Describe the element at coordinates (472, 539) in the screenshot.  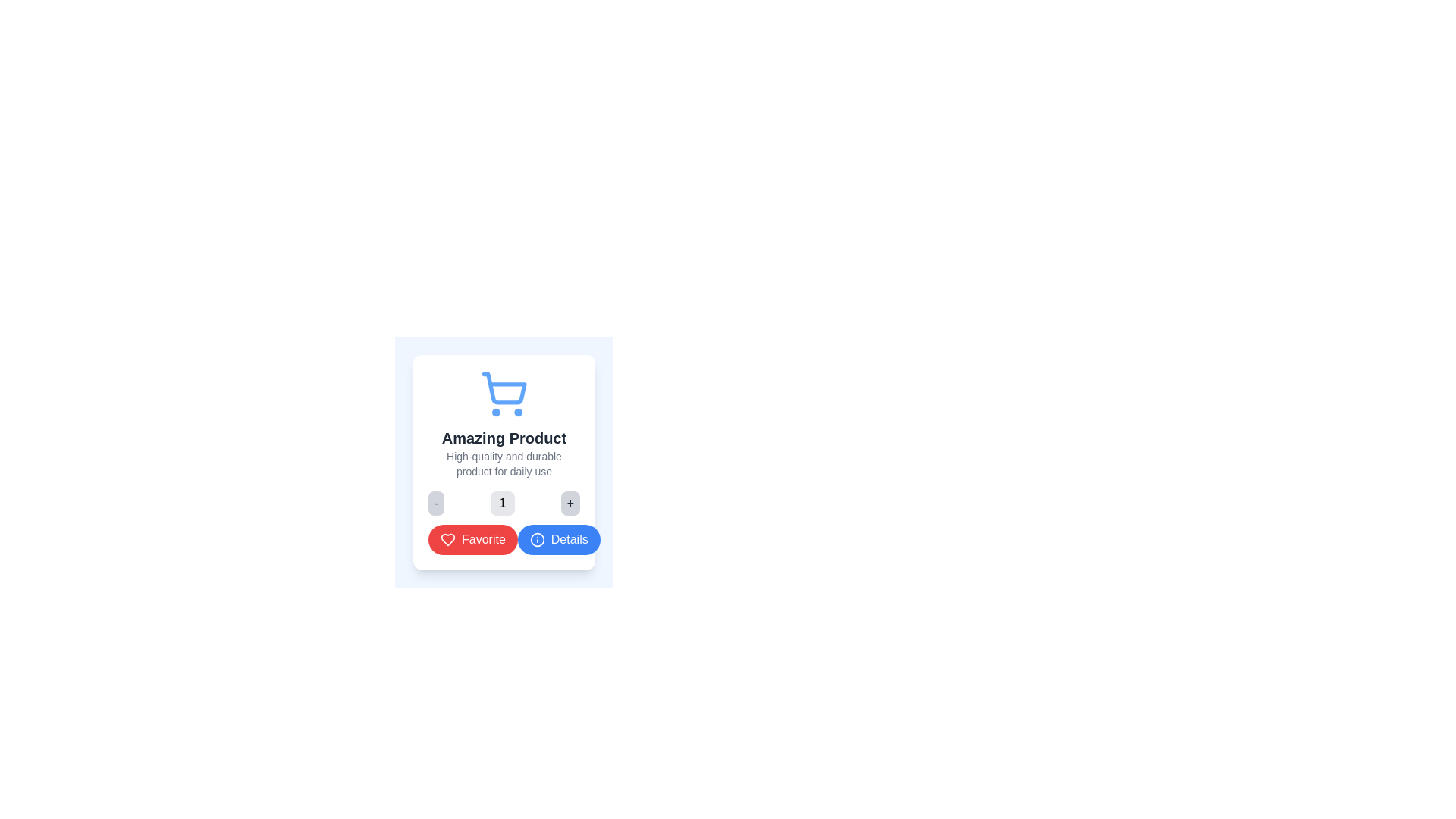
I see `the favorite button located below the product title` at that location.